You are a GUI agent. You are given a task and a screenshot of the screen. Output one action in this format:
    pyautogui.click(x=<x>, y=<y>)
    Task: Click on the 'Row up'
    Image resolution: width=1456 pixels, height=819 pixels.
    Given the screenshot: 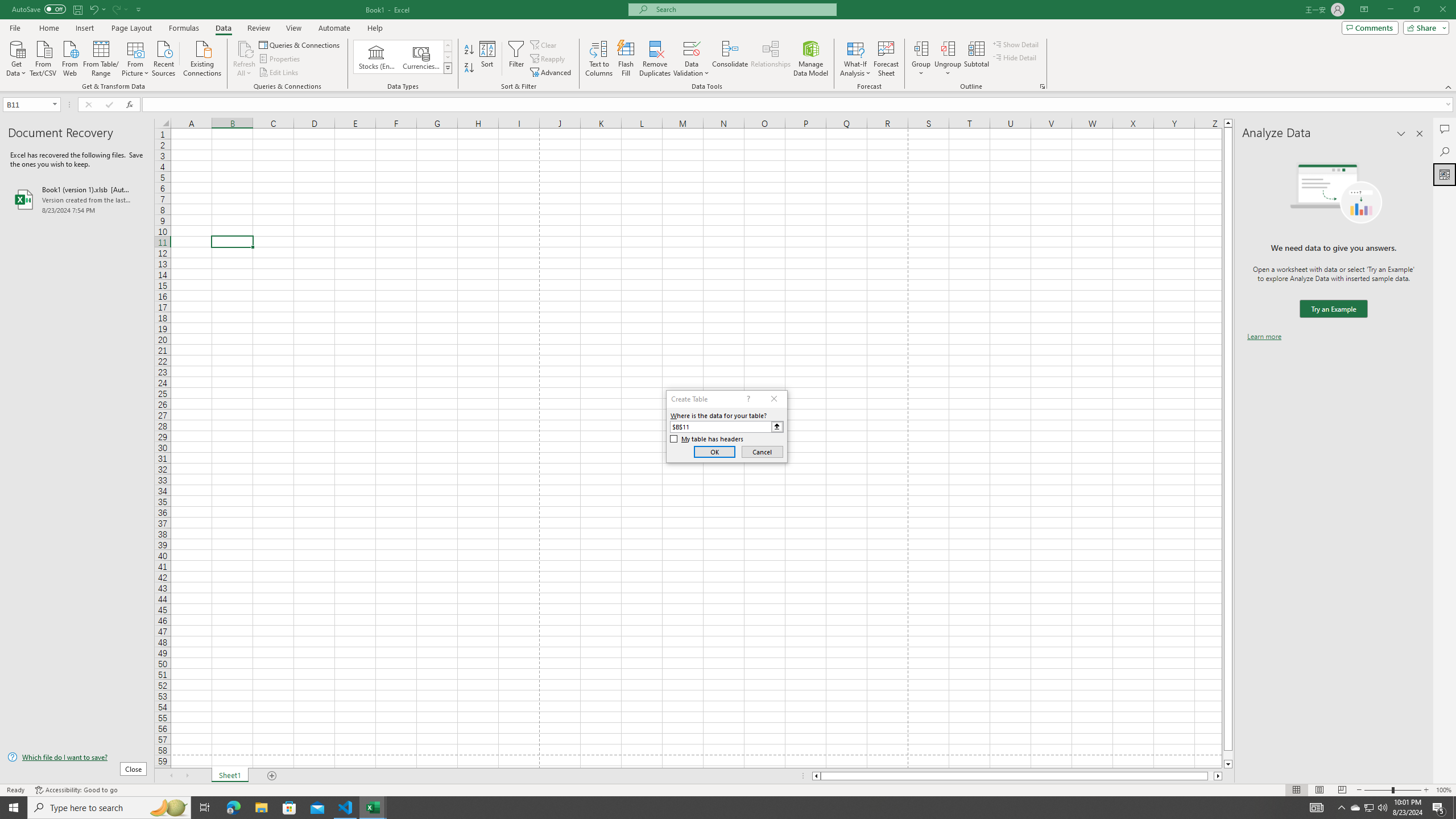 What is the action you would take?
    pyautogui.click(x=448, y=45)
    